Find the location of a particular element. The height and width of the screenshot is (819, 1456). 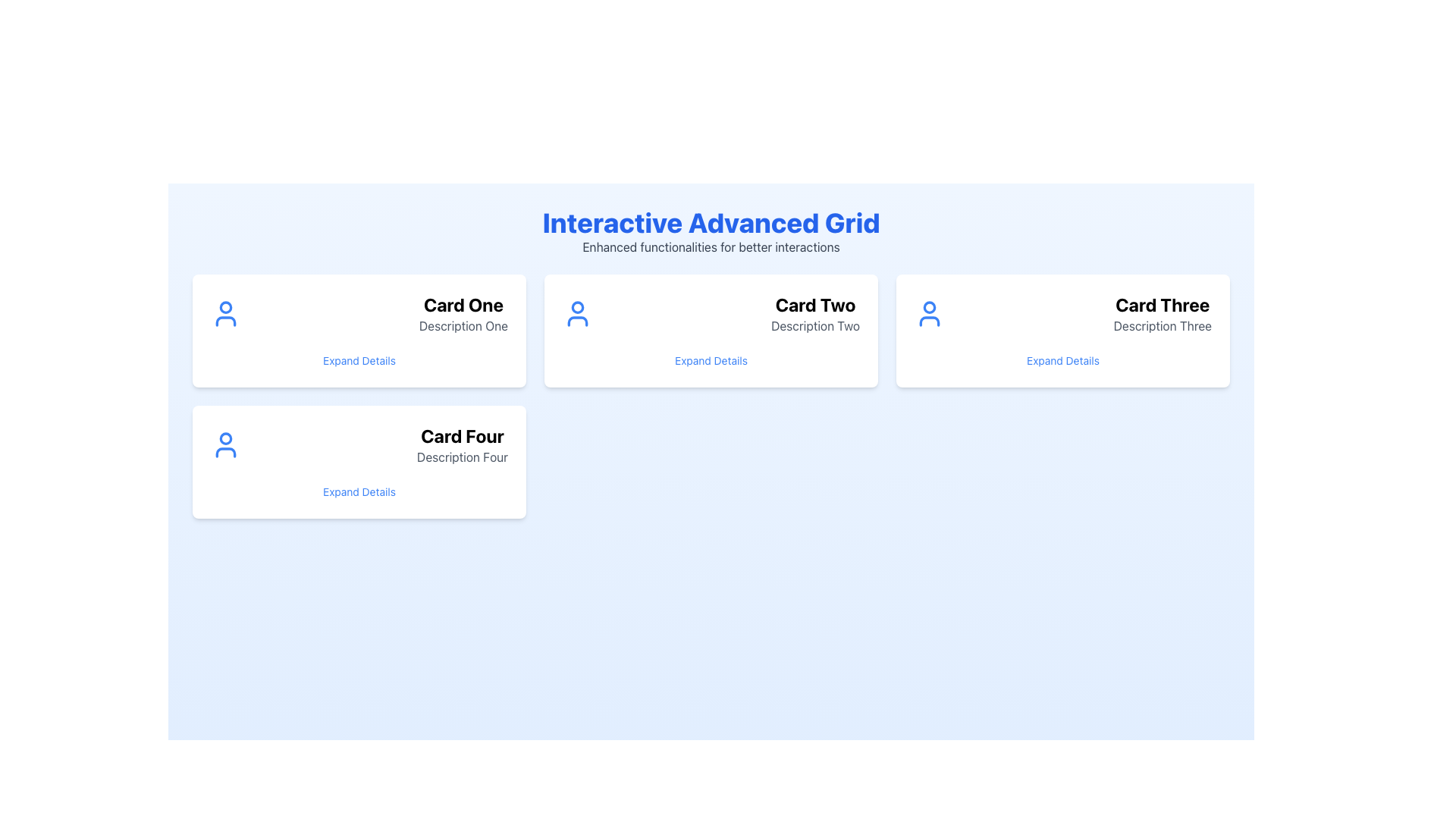

the main title or heading text in the left card, located in the second row of the grid layout, if it is interactive is located at coordinates (461, 435).